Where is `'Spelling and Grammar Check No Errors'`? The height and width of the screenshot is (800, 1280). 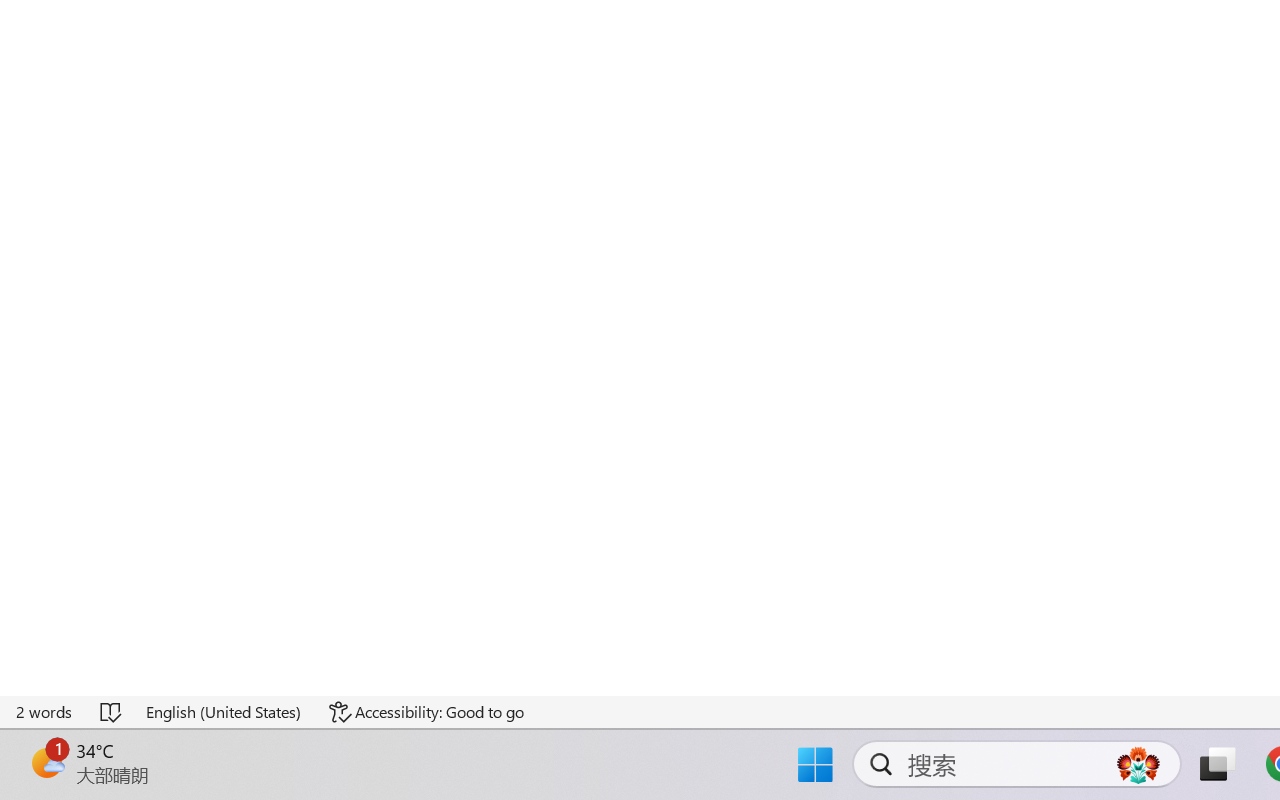 'Spelling and Grammar Check No Errors' is located at coordinates (111, 711).